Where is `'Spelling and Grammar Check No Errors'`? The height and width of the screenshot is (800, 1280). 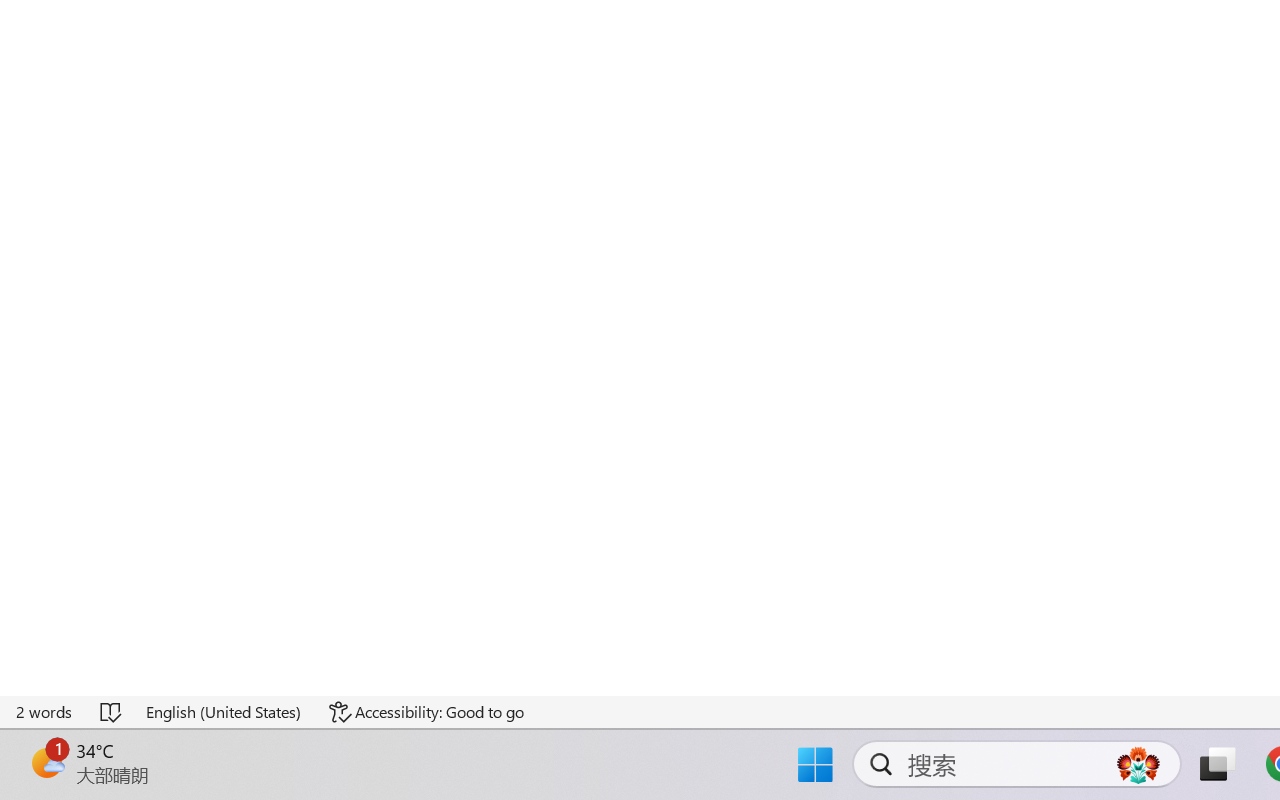 'Spelling and Grammar Check No Errors' is located at coordinates (111, 711).